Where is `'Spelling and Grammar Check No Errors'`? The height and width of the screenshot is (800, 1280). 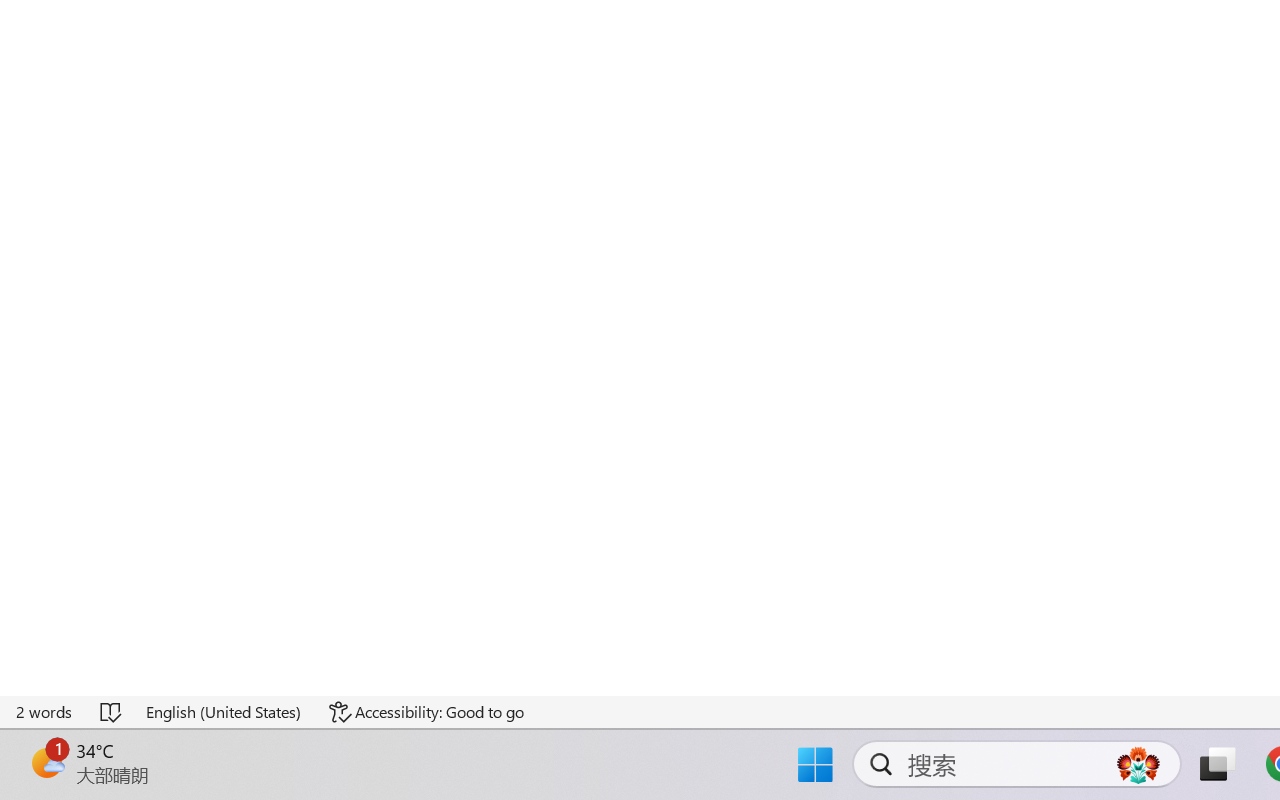 'Spelling and Grammar Check No Errors' is located at coordinates (111, 711).